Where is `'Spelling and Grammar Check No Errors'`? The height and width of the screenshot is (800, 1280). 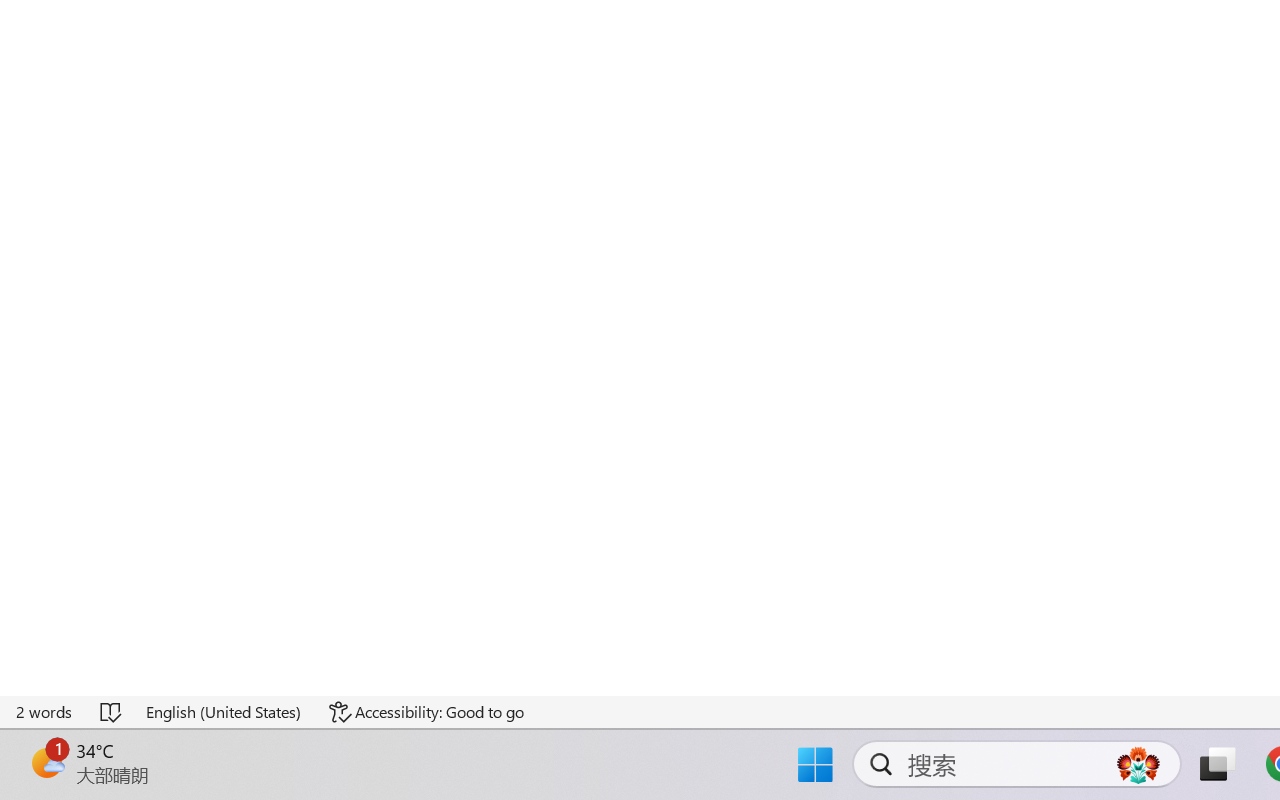 'Spelling and Grammar Check No Errors' is located at coordinates (111, 711).